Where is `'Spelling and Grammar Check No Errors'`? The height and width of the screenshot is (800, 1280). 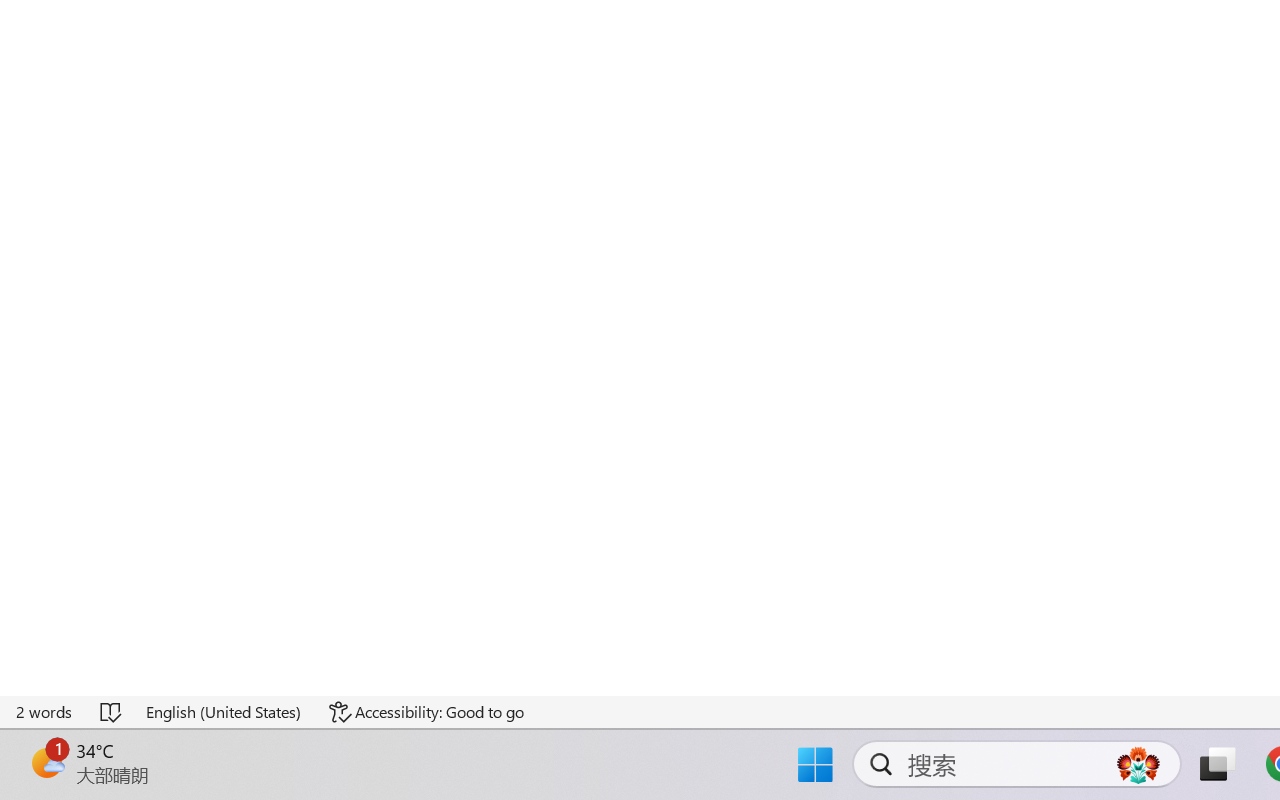 'Spelling and Grammar Check No Errors' is located at coordinates (111, 711).